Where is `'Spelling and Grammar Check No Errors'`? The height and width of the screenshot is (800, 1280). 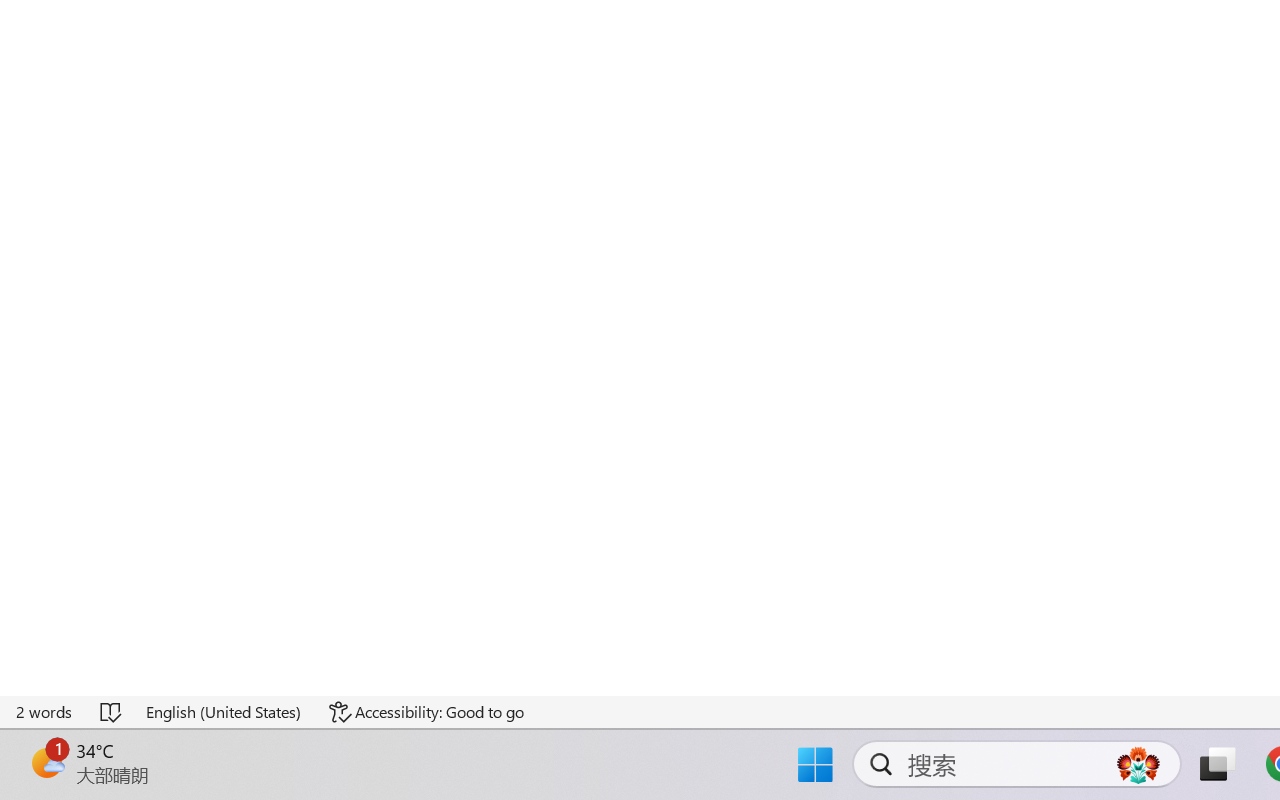 'Spelling and Grammar Check No Errors' is located at coordinates (111, 711).